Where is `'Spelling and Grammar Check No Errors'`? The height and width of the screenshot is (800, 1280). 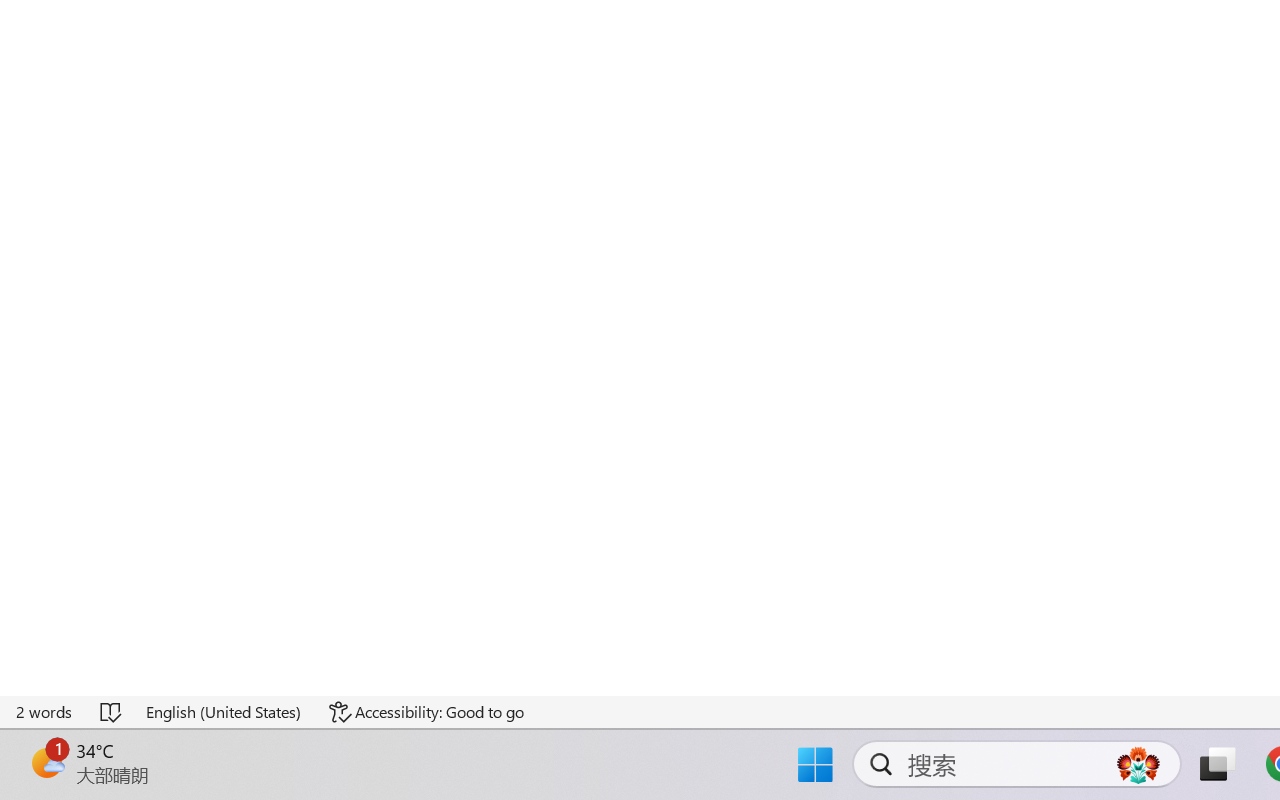 'Spelling and Grammar Check No Errors' is located at coordinates (111, 711).